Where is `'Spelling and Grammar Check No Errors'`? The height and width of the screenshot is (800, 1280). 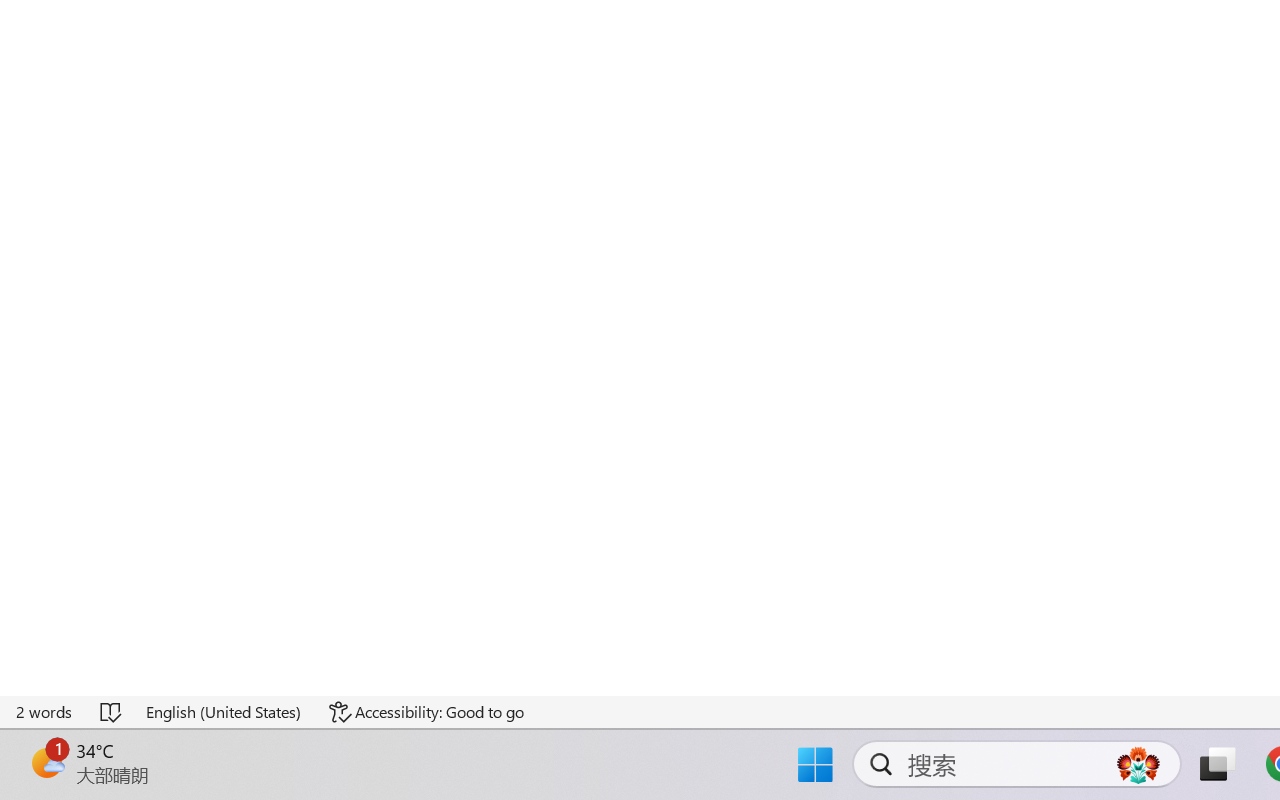 'Spelling and Grammar Check No Errors' is located at coordinates (111, 711).